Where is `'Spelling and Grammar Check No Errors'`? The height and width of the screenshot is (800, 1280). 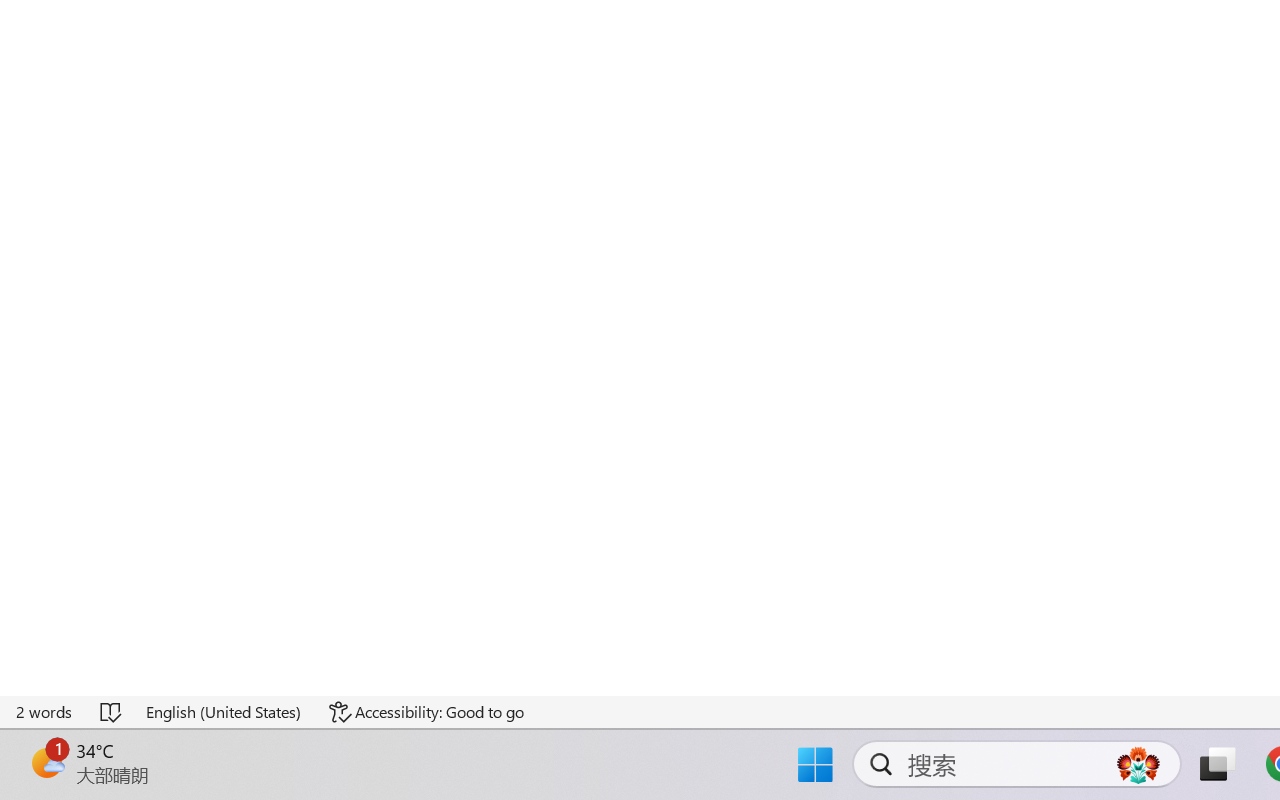 'Spelling and Grammar Check No Errors' is located at coordinates (111, 711).